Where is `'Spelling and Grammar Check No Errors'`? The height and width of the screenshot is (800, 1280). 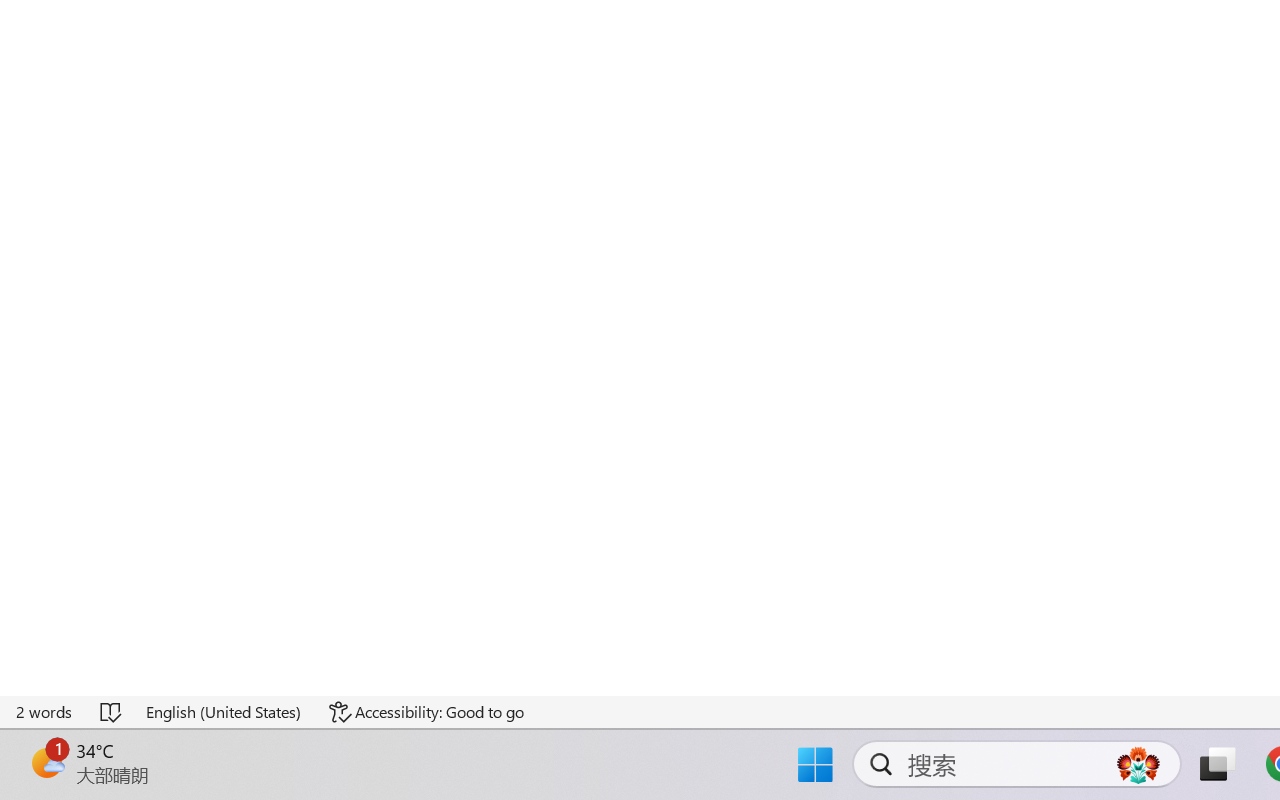 'Spelling and Grammar Check No Errors' is located at coordinates (111, 711).